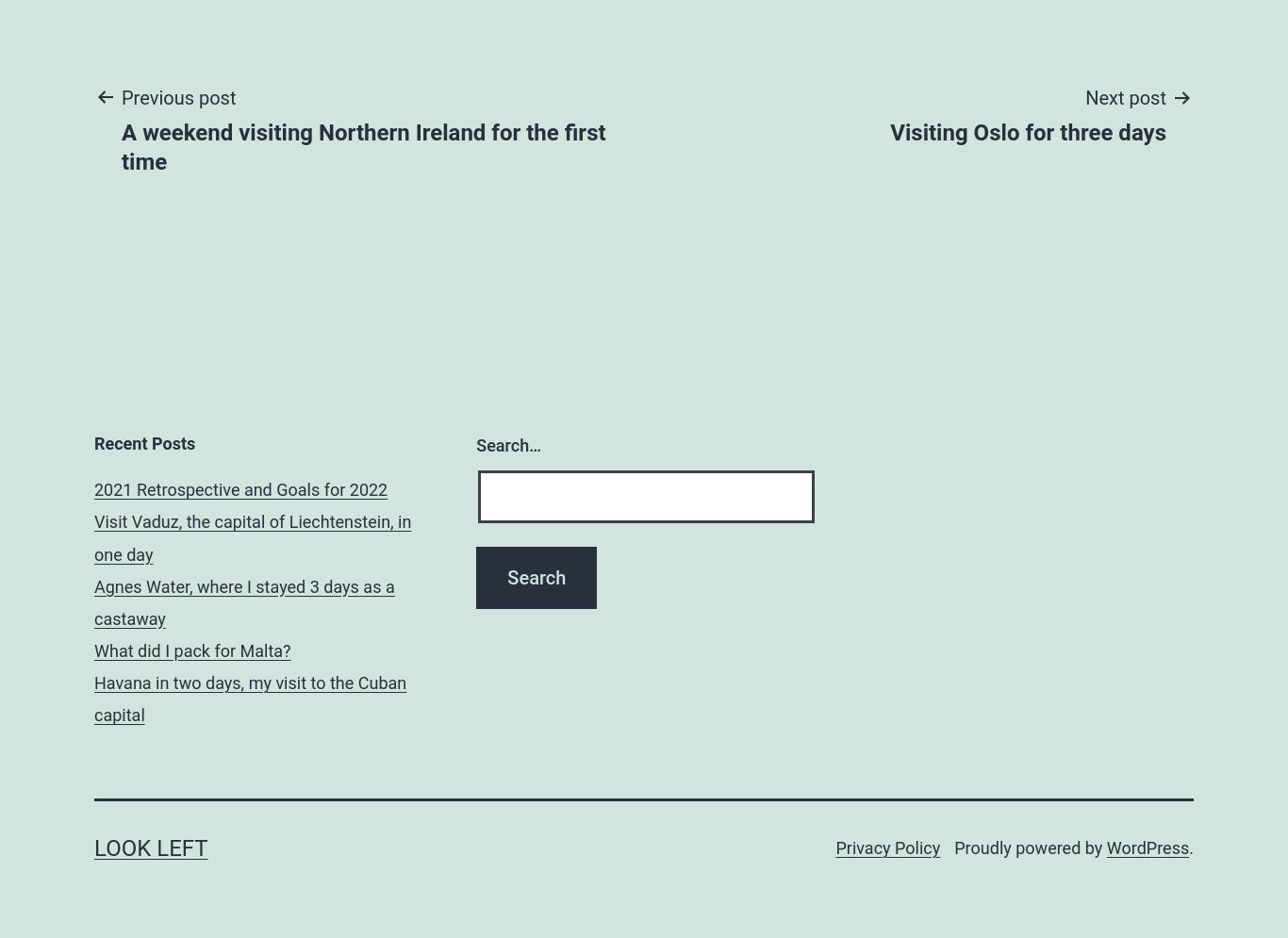 The height and width of the screenshot is (938, 1288). What do you see at coordinates (243, 601) in the screenshot?
I see `'Agnes Water, where I stayed 3 days as a castaway'` at bounding box center [243, 601].